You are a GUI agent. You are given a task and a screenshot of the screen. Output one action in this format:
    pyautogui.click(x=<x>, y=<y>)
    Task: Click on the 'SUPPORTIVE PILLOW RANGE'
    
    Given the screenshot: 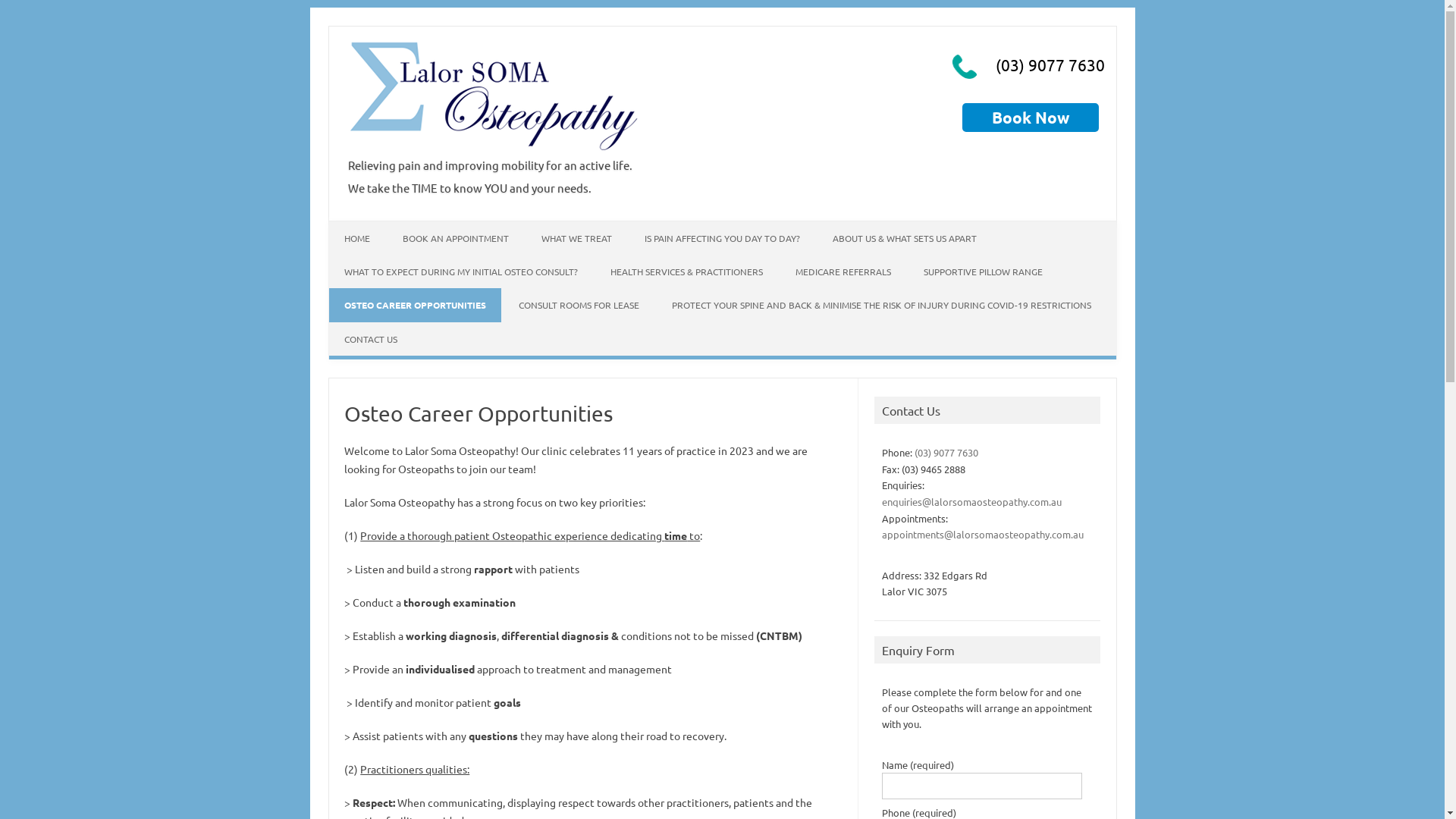 What is the action you would take?
    pyautogui.click(x=983, y=271)
    